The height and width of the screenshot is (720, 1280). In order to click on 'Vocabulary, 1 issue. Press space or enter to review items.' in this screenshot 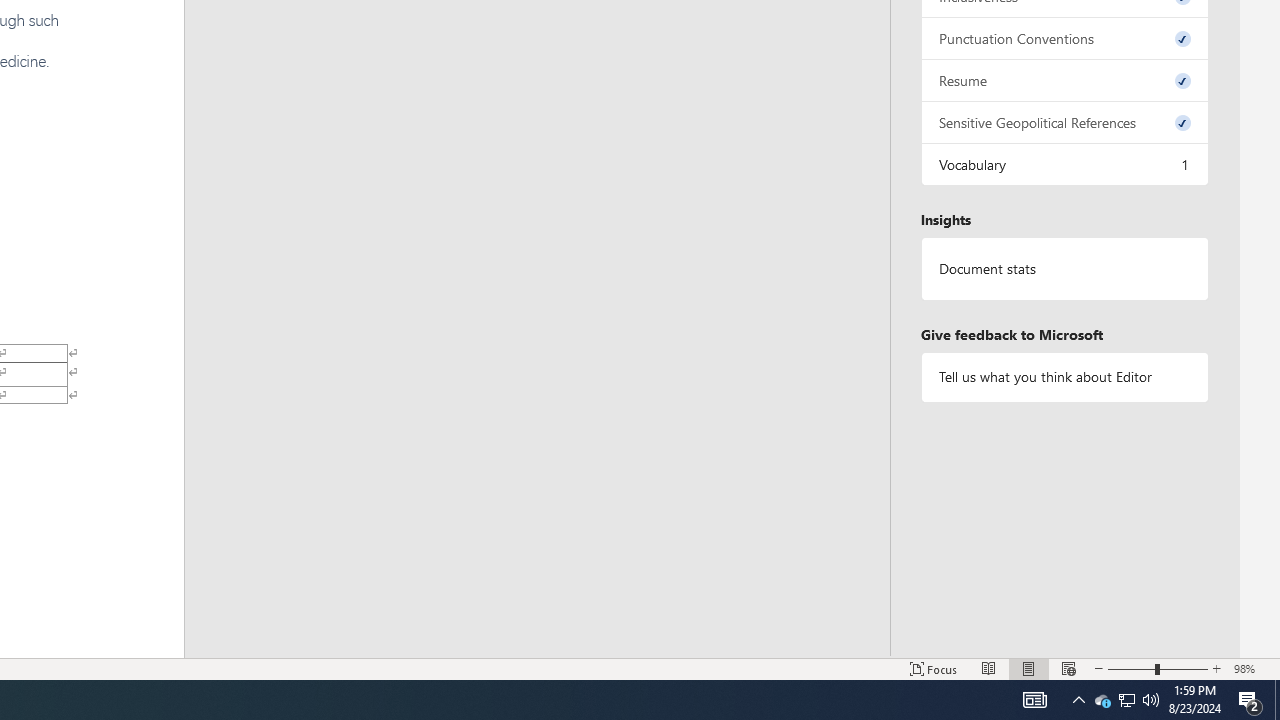, I will do `click(1063, 163)`.